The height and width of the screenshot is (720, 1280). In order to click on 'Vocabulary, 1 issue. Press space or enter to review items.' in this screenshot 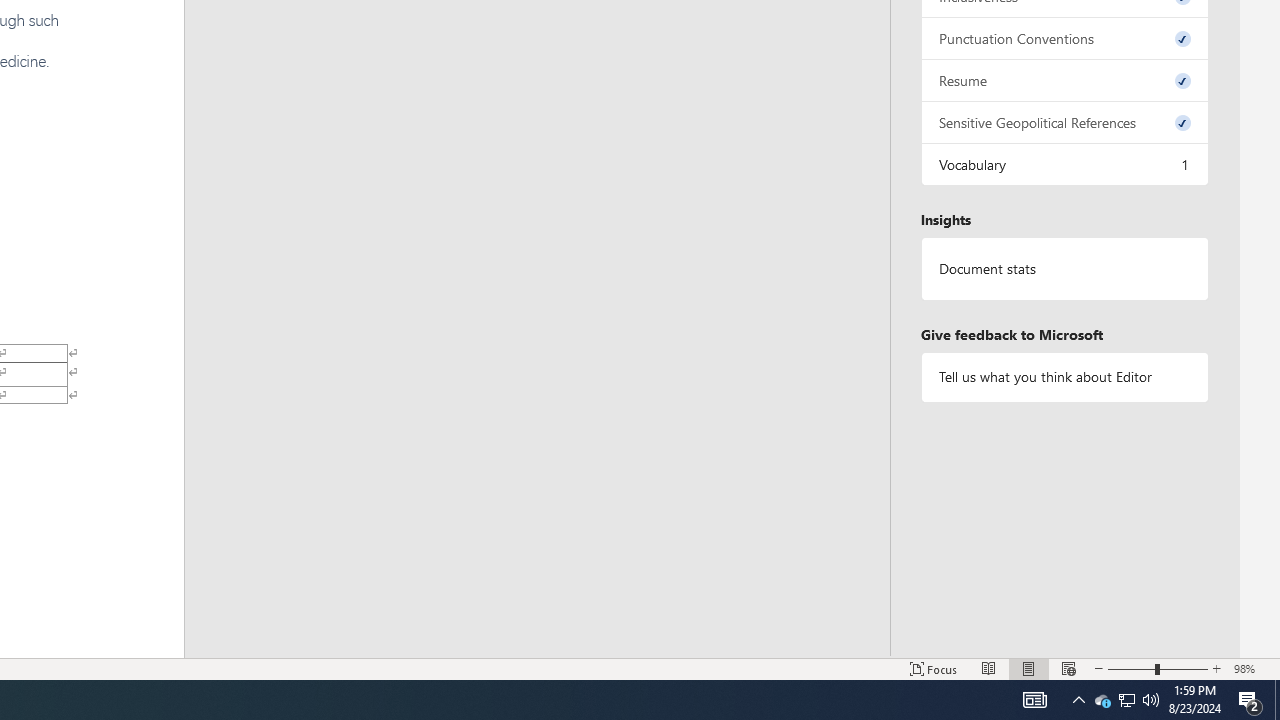, I will do `click(1063, 163)`.